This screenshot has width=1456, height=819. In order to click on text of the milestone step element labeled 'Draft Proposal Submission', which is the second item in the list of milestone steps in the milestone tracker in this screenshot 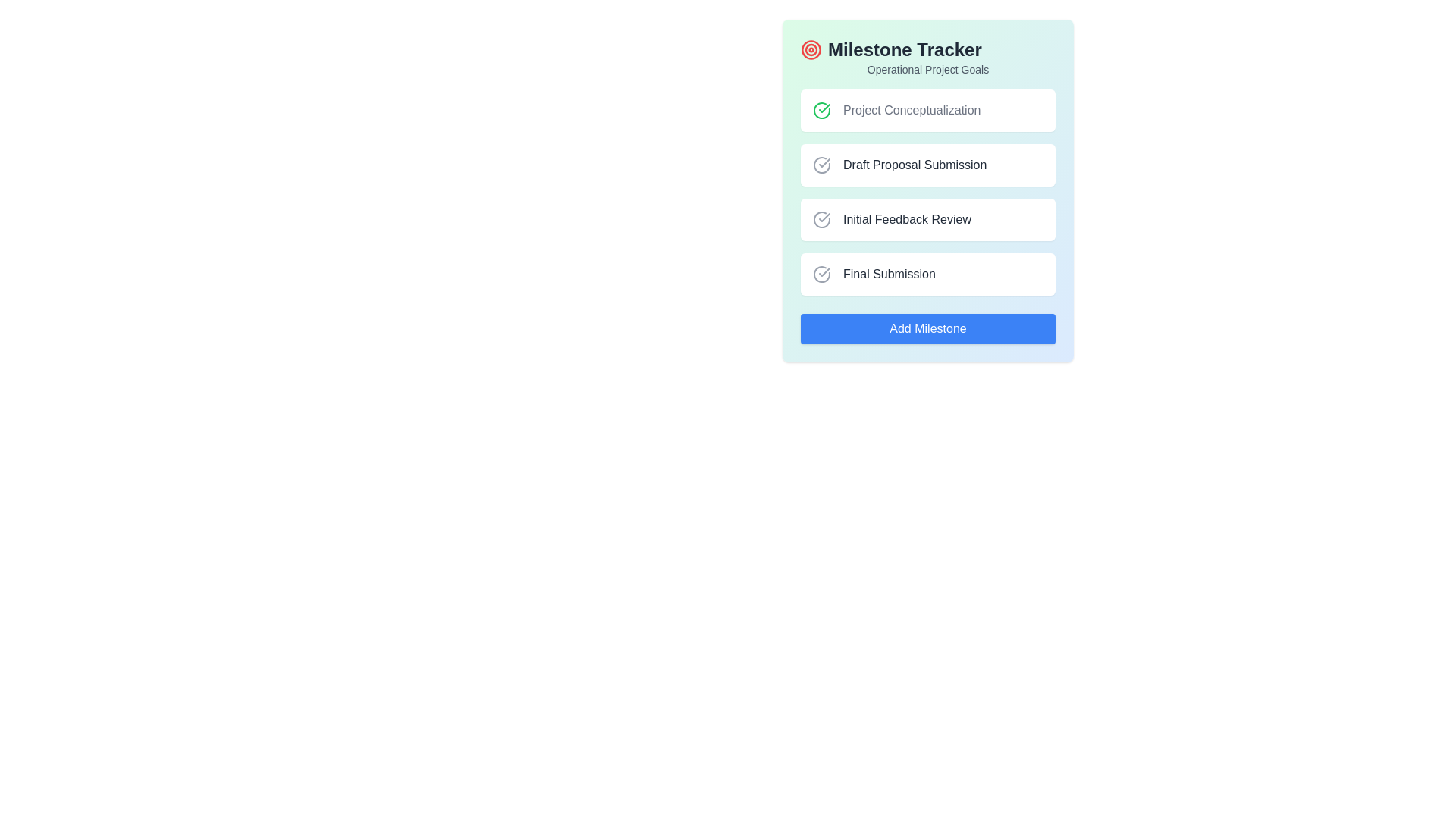, I will do `click(927, 165)`.